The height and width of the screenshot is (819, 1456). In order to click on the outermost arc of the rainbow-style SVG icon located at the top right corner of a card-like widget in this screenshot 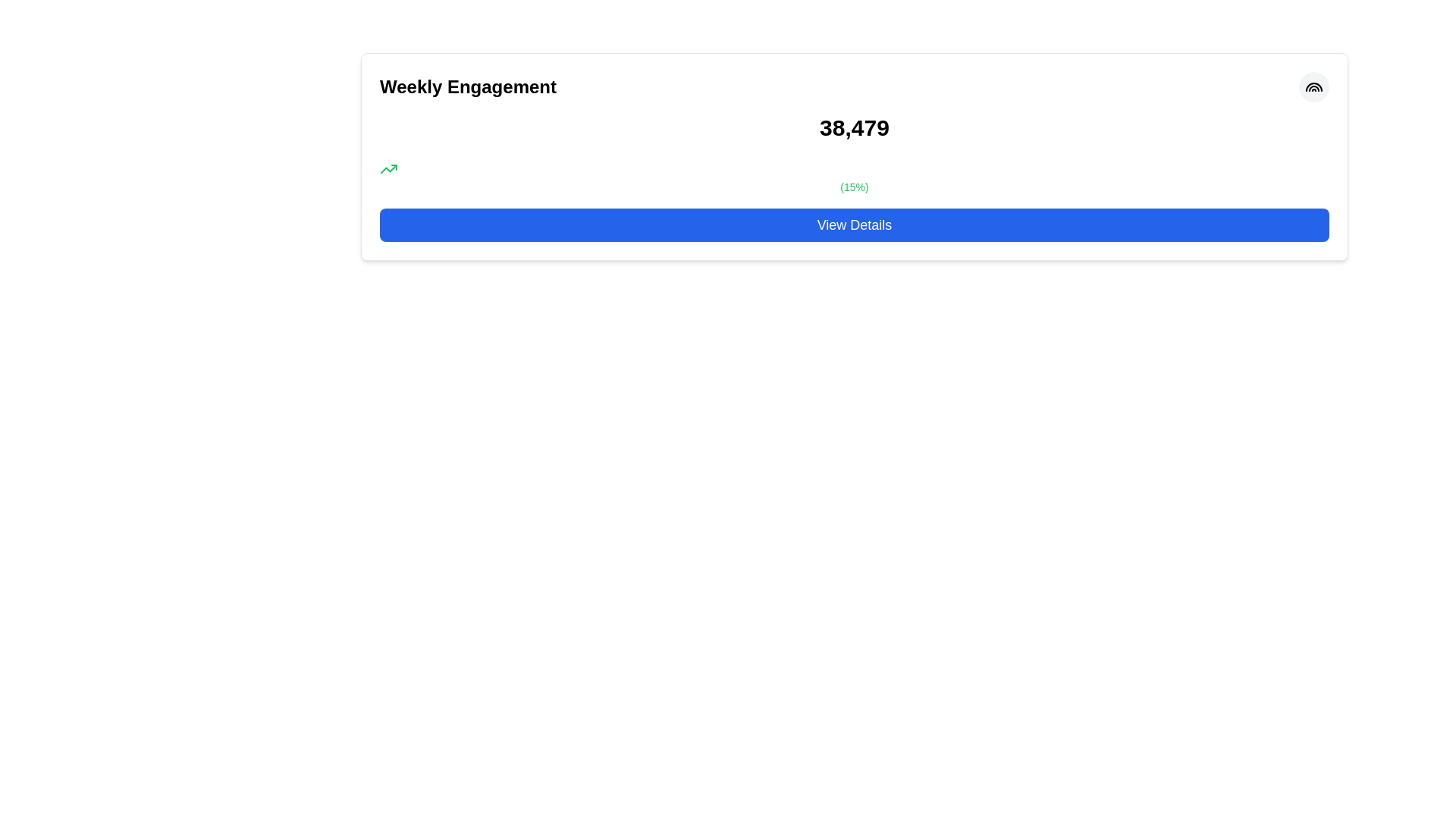, I will do `click(1313, 87)`.